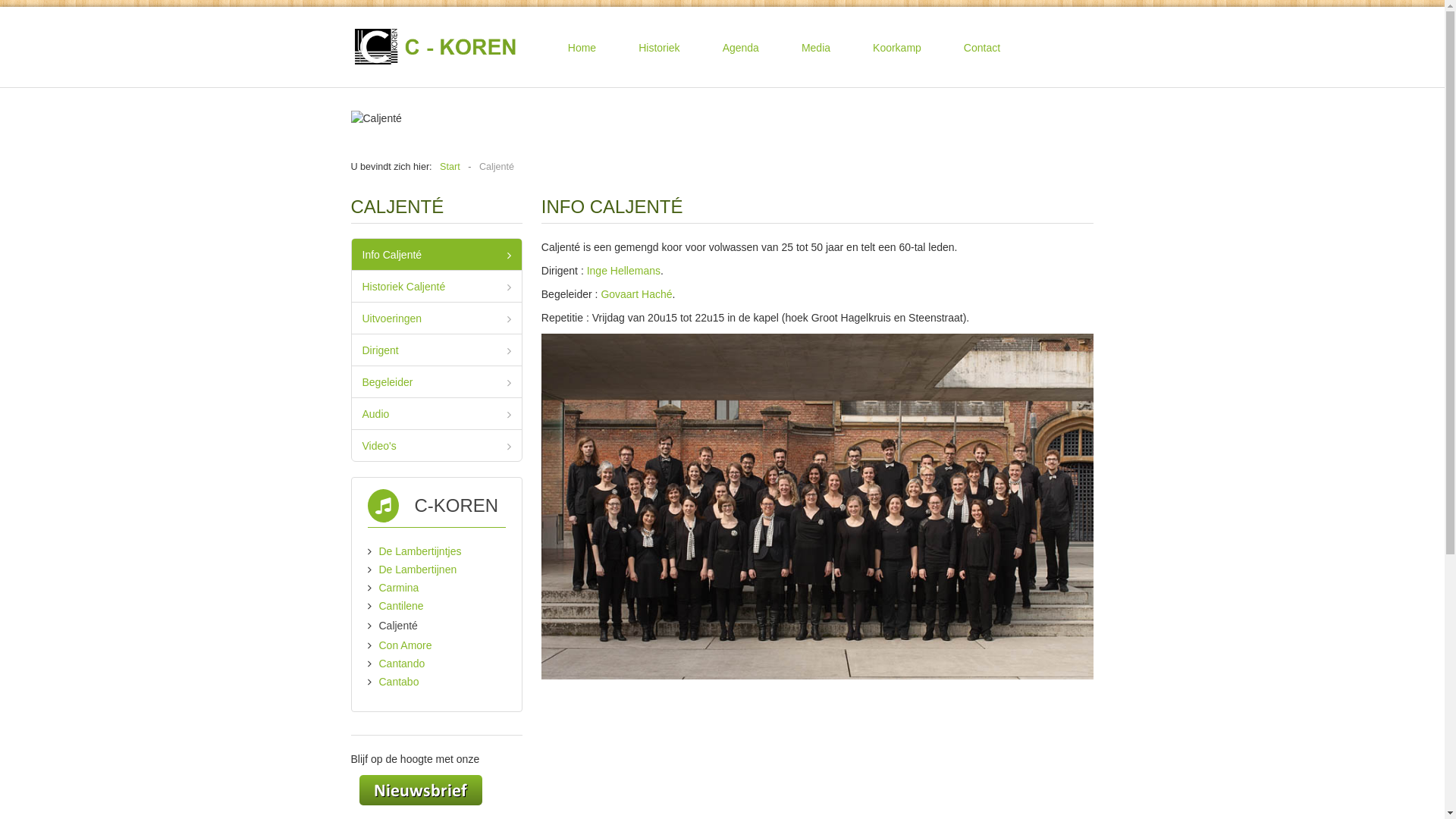 Image resolution: width=1456 pixels, height=819 pixels. What do you see at coordinates (399, 587) in the screenshot?
I see `'Carmina'` at bounding box center [399, 587].